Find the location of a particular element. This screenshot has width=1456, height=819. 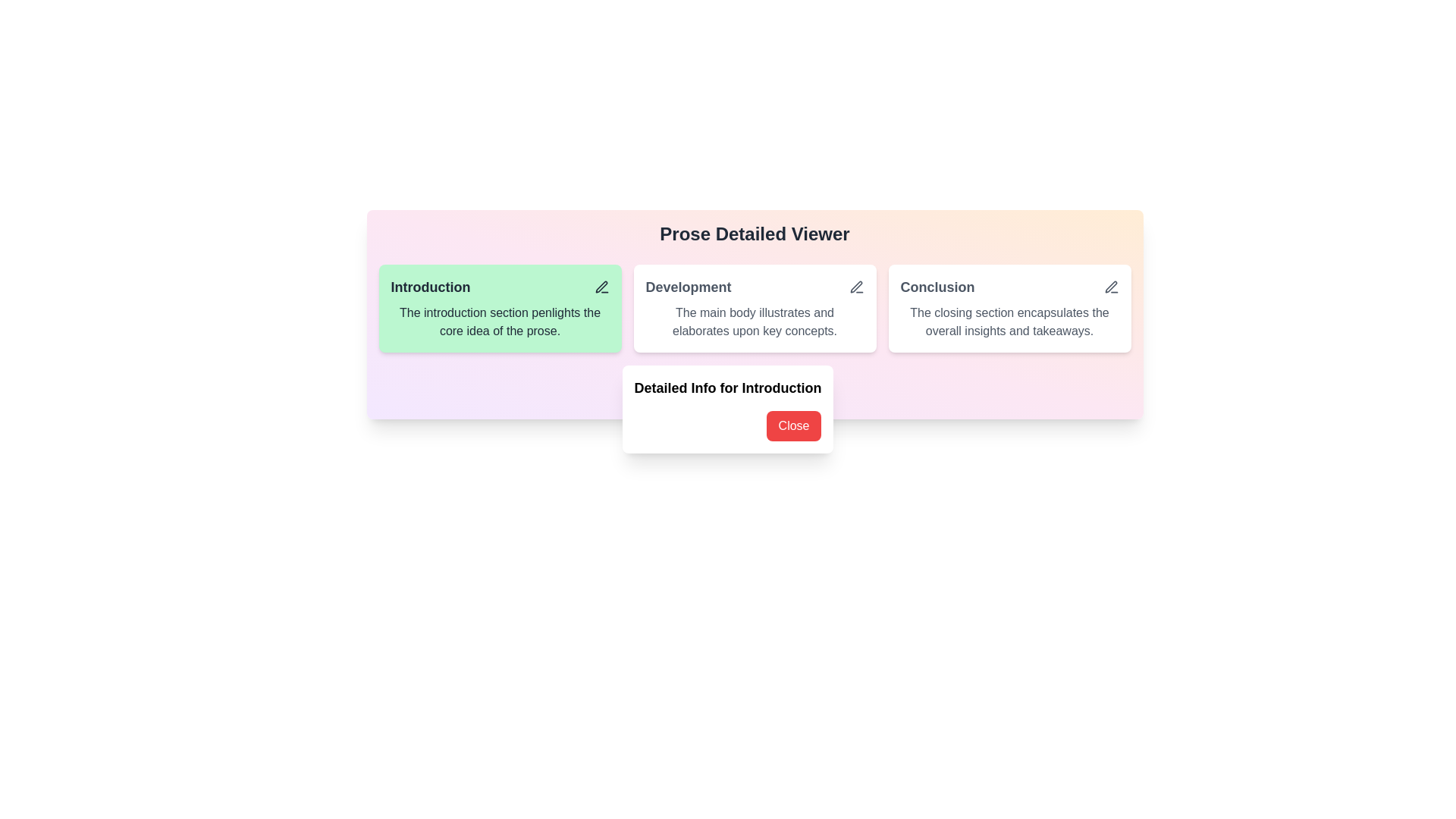

title text 'Detailed Info for Introduction' which is a bold and larger font styled label, centered at the top of a white card-like popup is located at coordinates (728, 388).